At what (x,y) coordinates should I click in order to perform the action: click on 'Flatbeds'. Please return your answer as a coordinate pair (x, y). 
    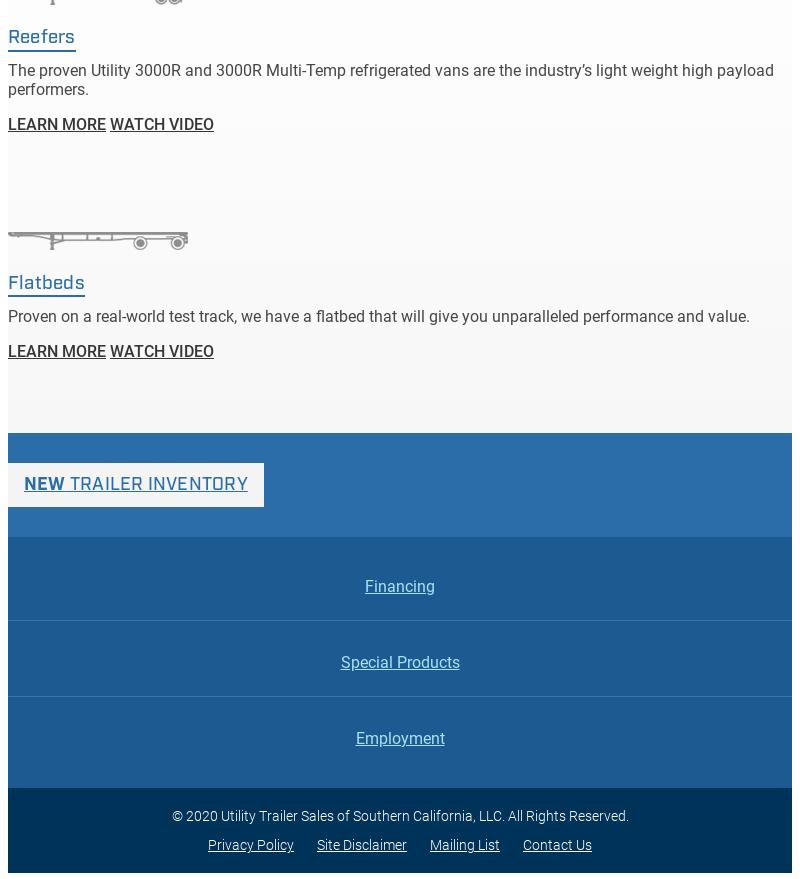
    Looking at the image, I should click on (45, 283).